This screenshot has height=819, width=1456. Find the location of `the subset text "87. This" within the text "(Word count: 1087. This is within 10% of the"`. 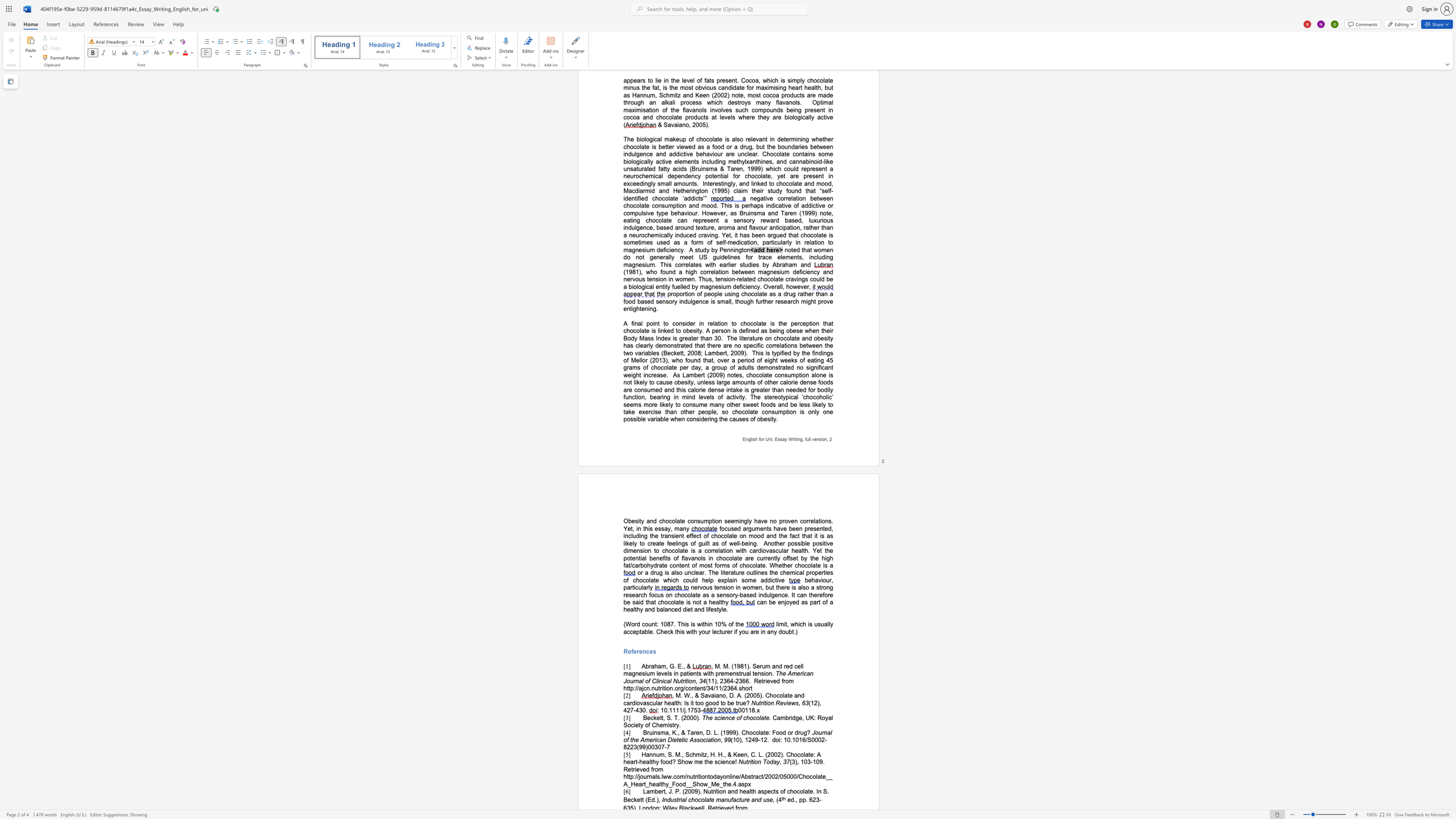

the subset text "87. This" within the text "(Word count: 1087. This is within 10% of the" is located at coordinates (666, 623).